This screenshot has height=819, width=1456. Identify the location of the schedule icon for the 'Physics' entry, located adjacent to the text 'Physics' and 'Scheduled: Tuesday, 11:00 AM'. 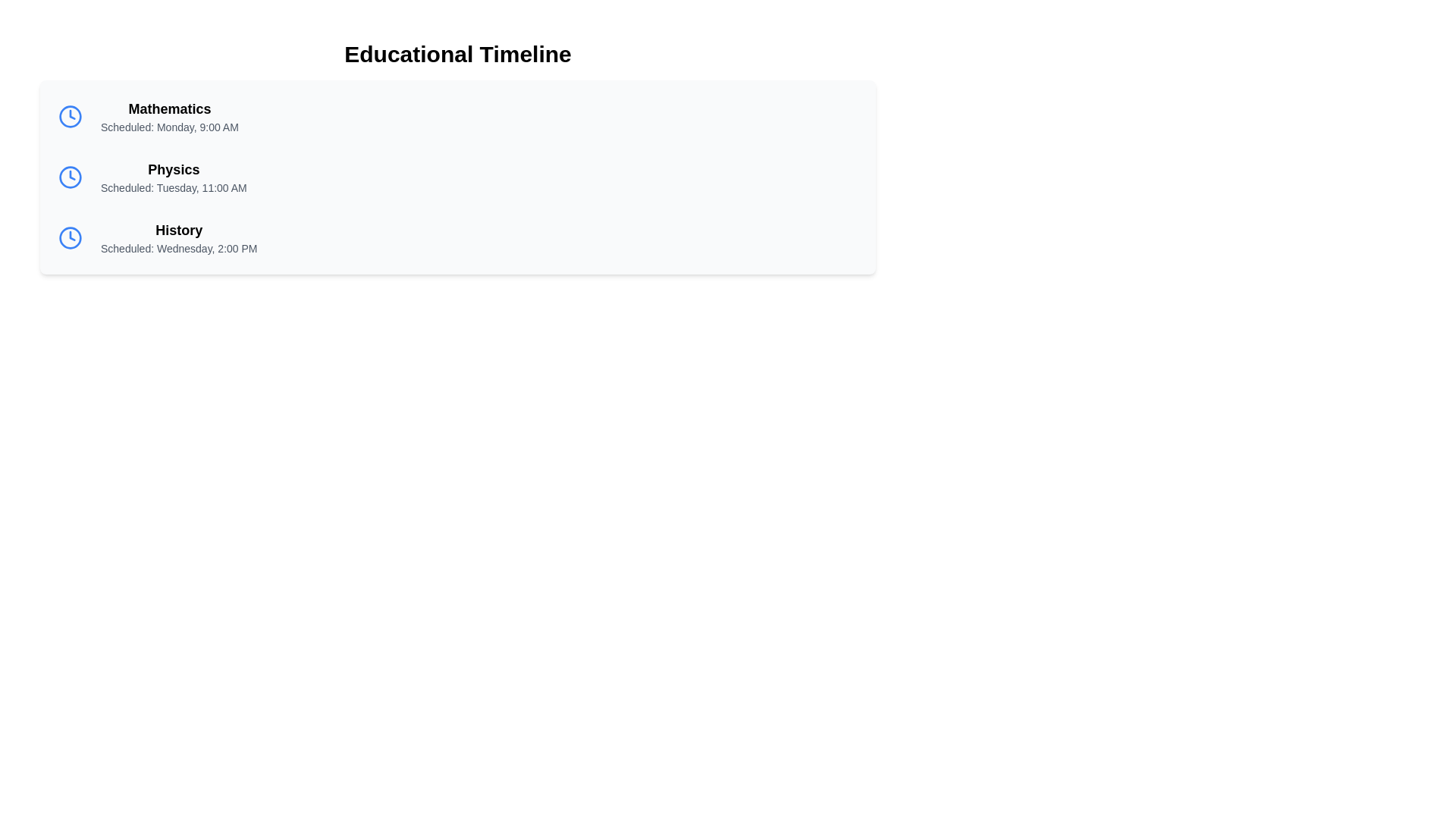
(69, 177).